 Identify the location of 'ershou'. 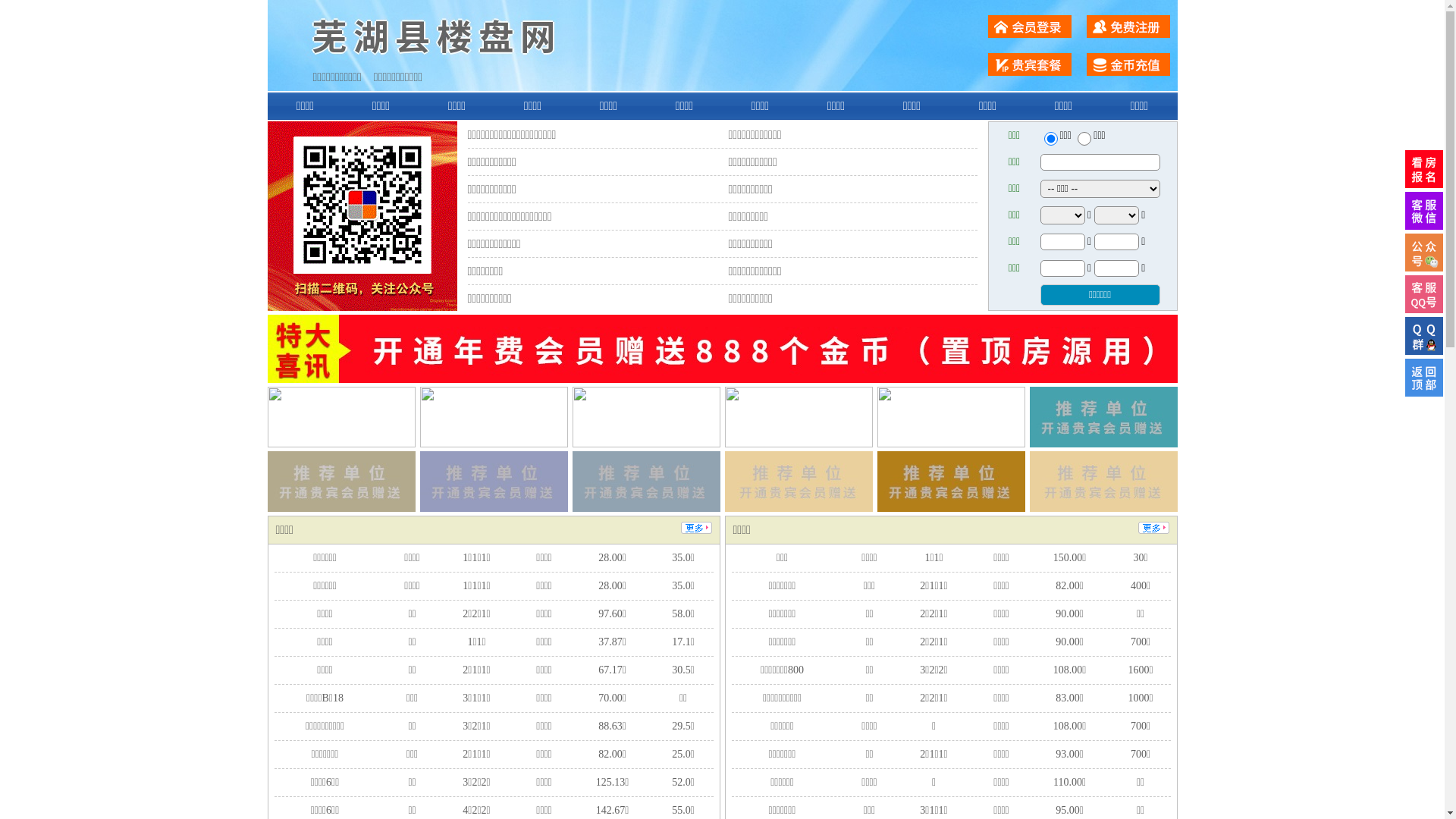
(1050, 138).